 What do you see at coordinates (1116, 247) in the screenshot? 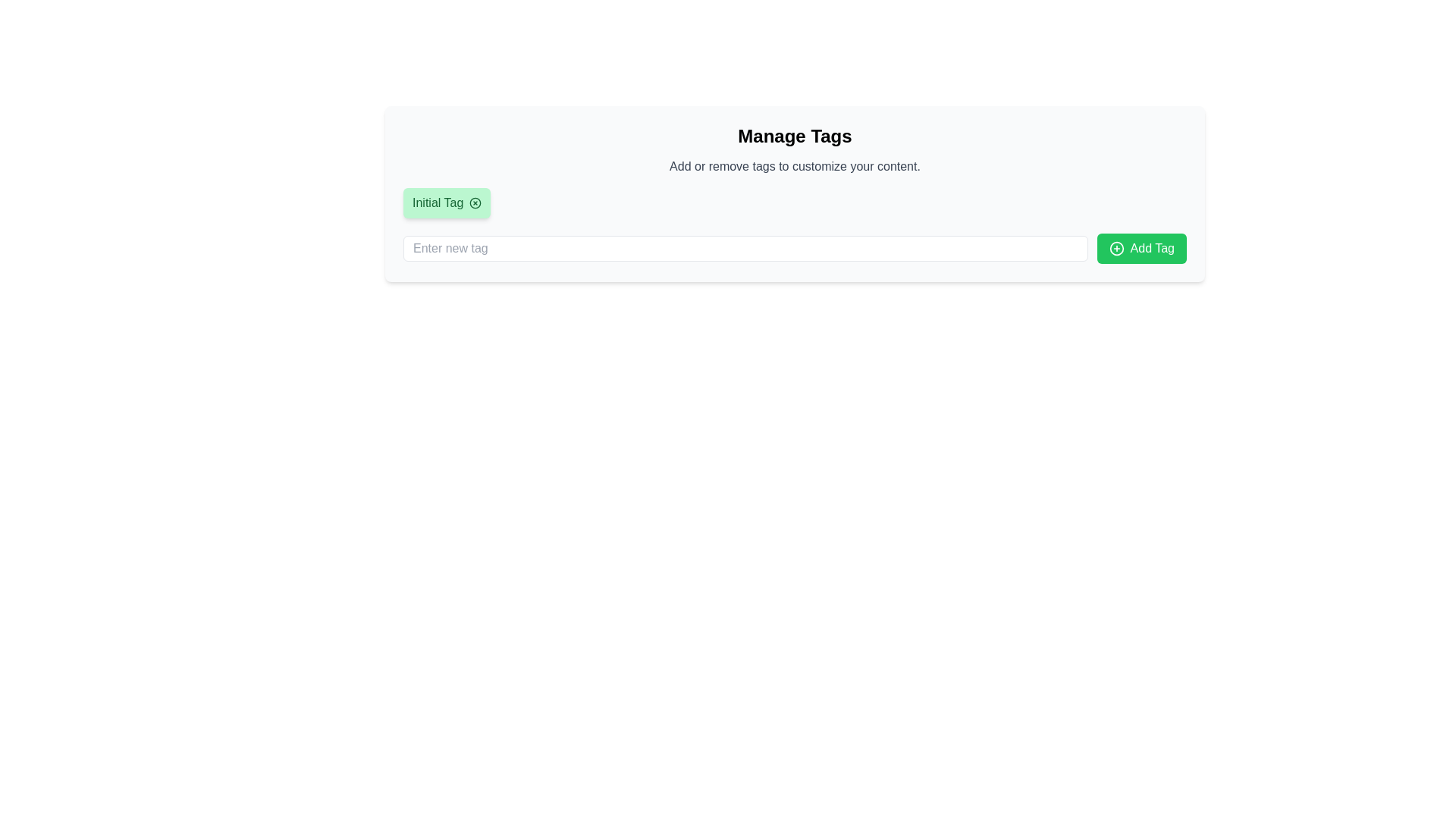
I see `the green 'Add Tag' button, which is accompanied by the circular icon indicating the action of adding a tag` at bounding box center [1116, 247].